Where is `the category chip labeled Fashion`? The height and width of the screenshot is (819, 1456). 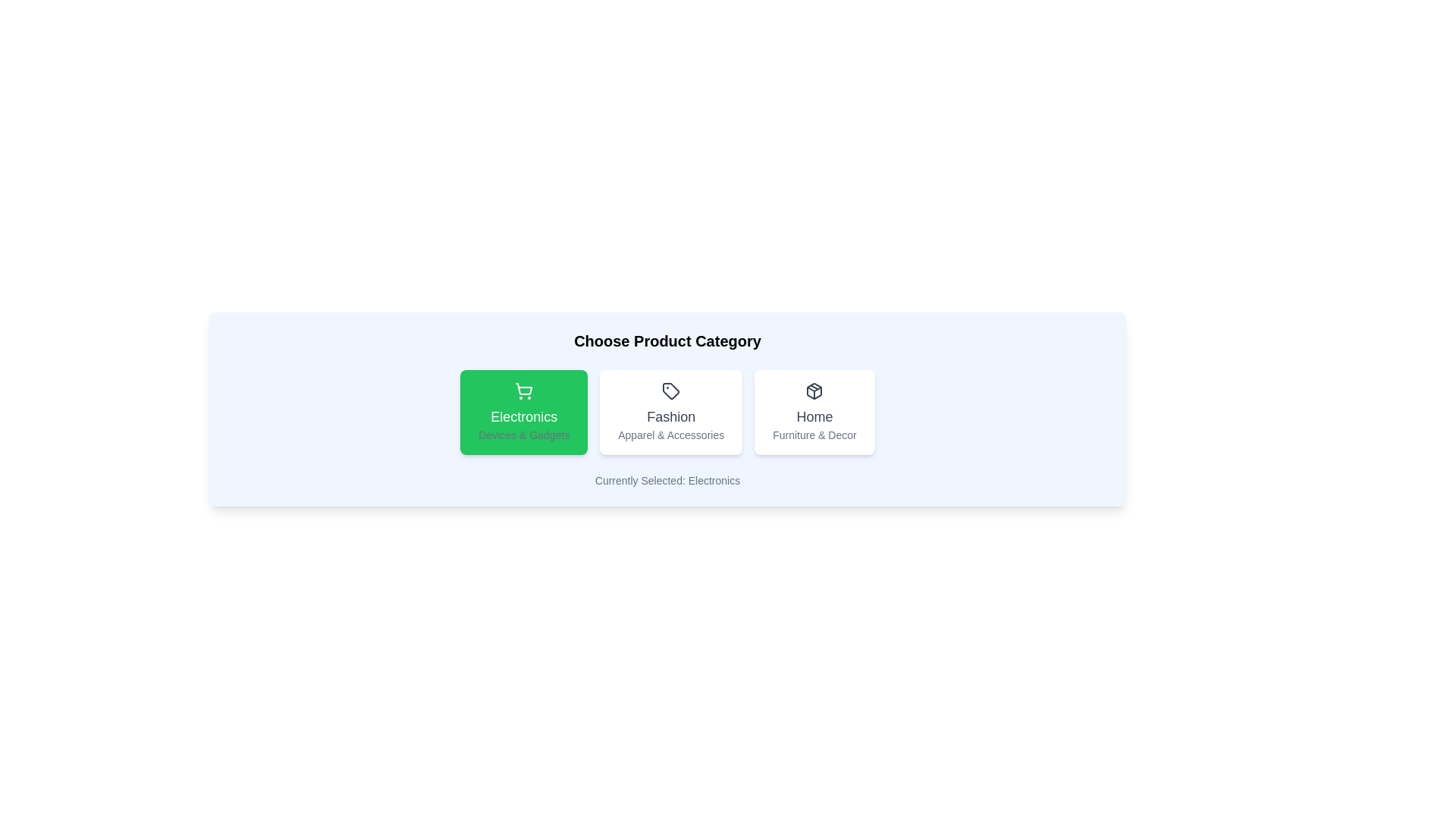 the category chip labeled Fashion is located at coordinates (670, 412).